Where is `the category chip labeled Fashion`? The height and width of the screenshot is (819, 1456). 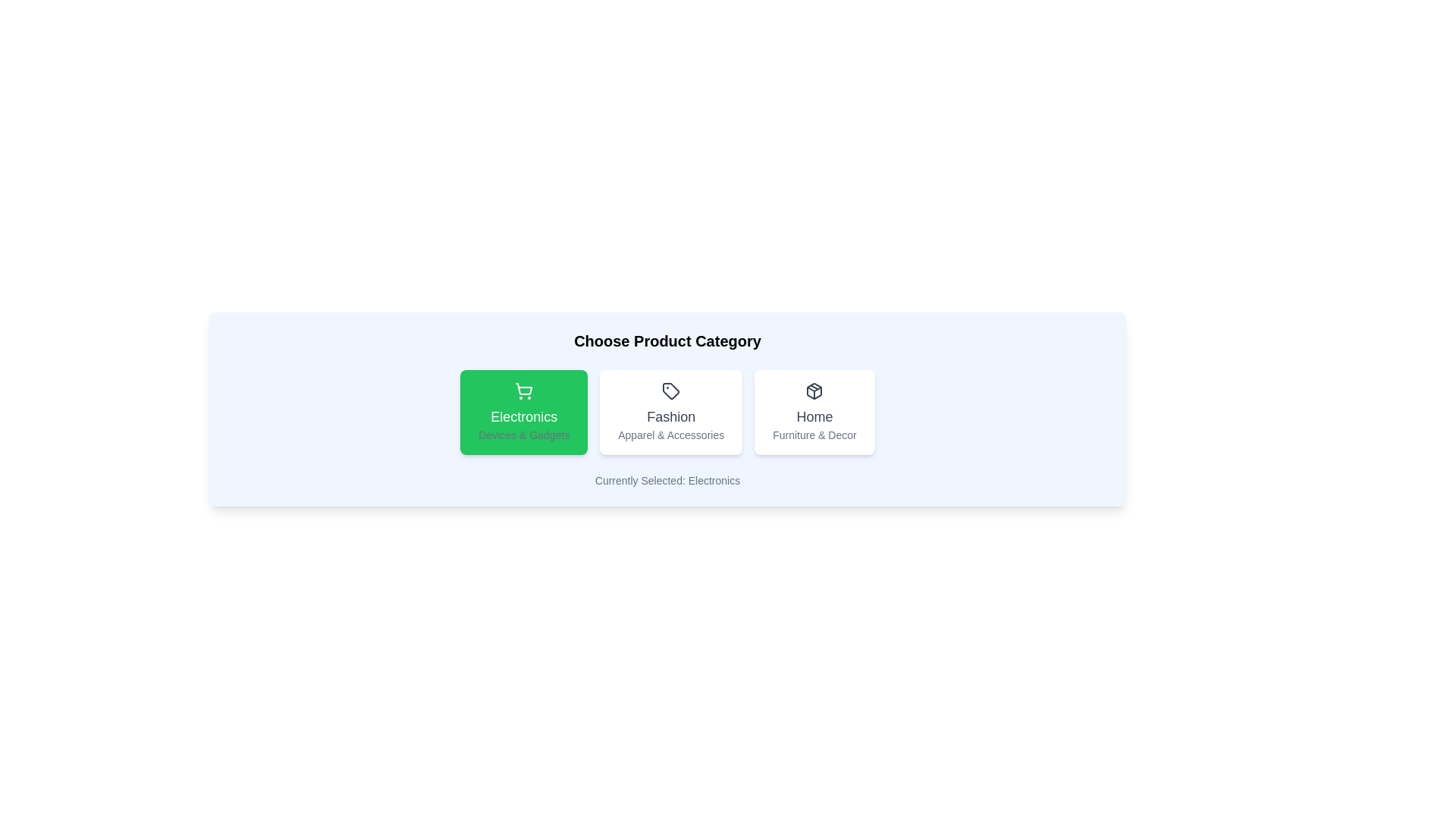 the category chip labeled Fashion is located at coordinates (670, 412).